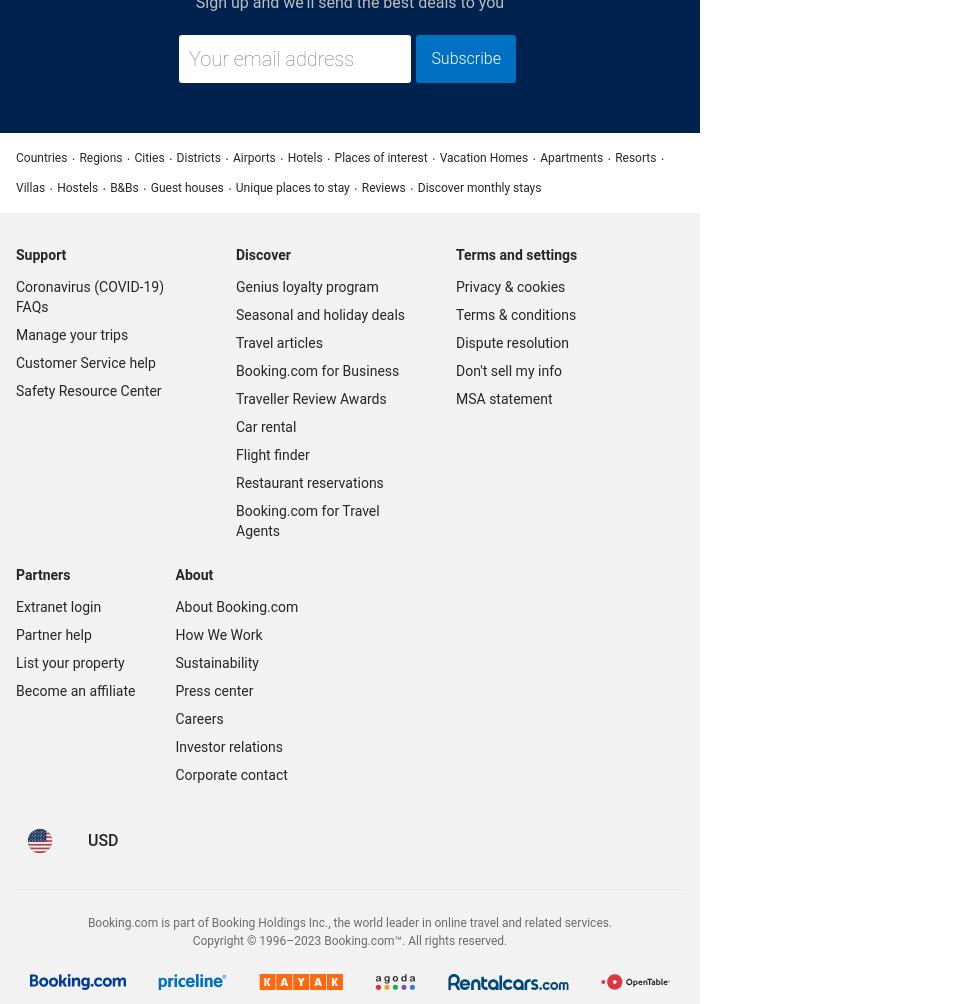 This screenshot has width=969, height=1004. Describe the element at coordinates (571, 156) in the screenshot. I see `'Apartments'` at that location.